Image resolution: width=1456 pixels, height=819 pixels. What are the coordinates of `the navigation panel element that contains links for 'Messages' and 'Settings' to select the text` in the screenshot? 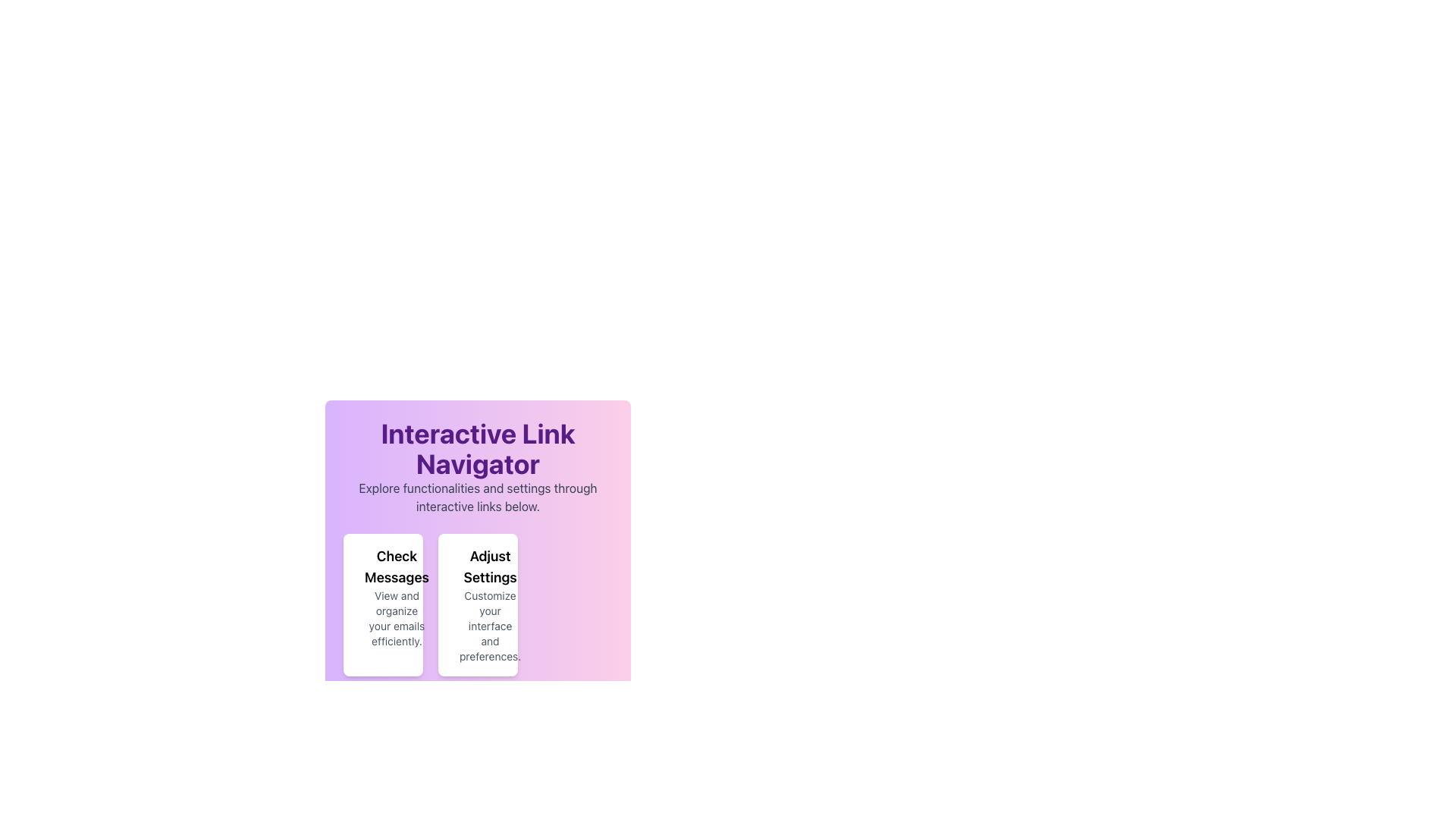 It's located at (477, 531).